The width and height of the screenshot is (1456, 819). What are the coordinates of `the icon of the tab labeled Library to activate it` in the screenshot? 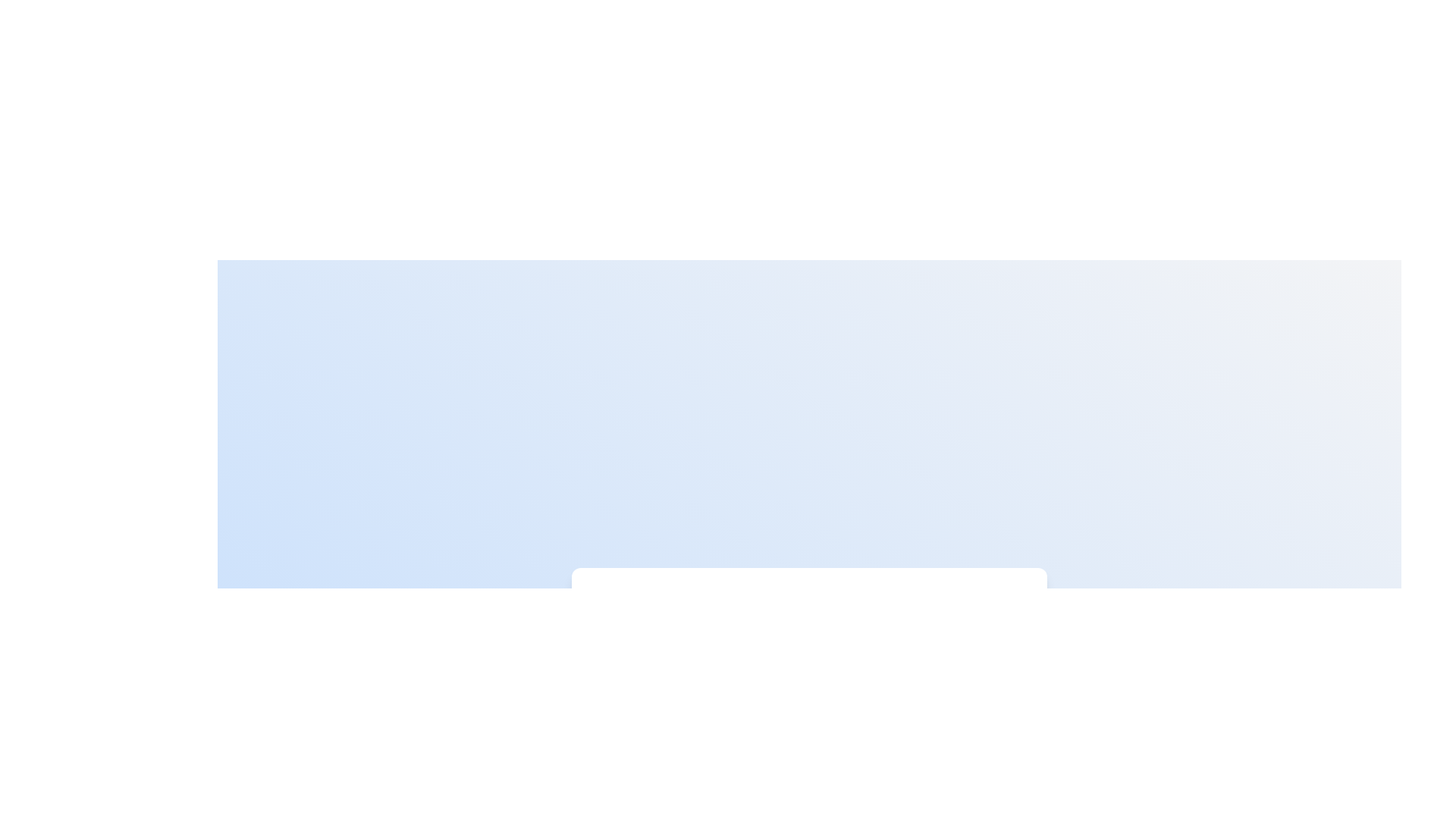 It's located at (846, 610).